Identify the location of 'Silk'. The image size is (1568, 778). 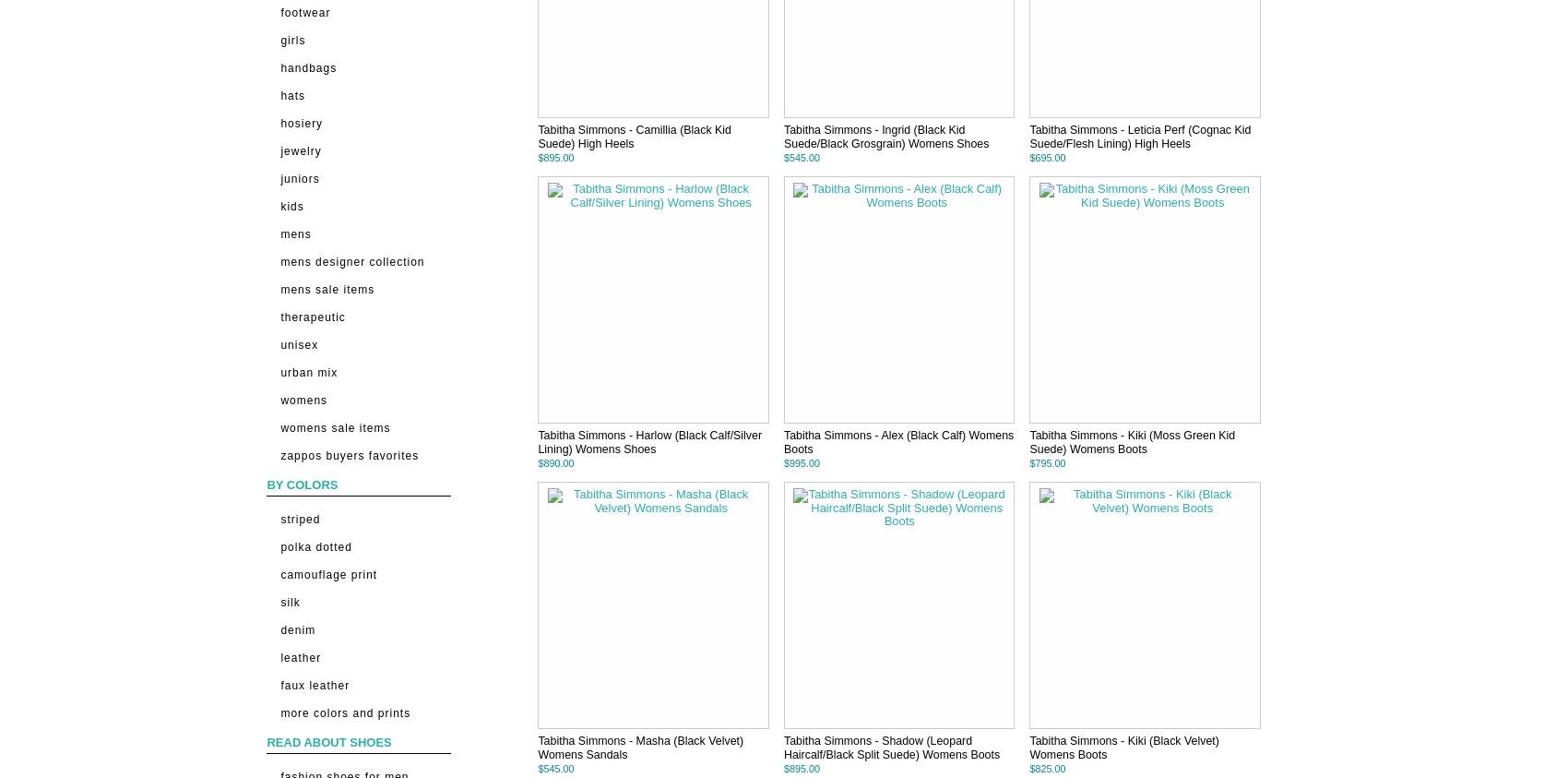
(290, 600).